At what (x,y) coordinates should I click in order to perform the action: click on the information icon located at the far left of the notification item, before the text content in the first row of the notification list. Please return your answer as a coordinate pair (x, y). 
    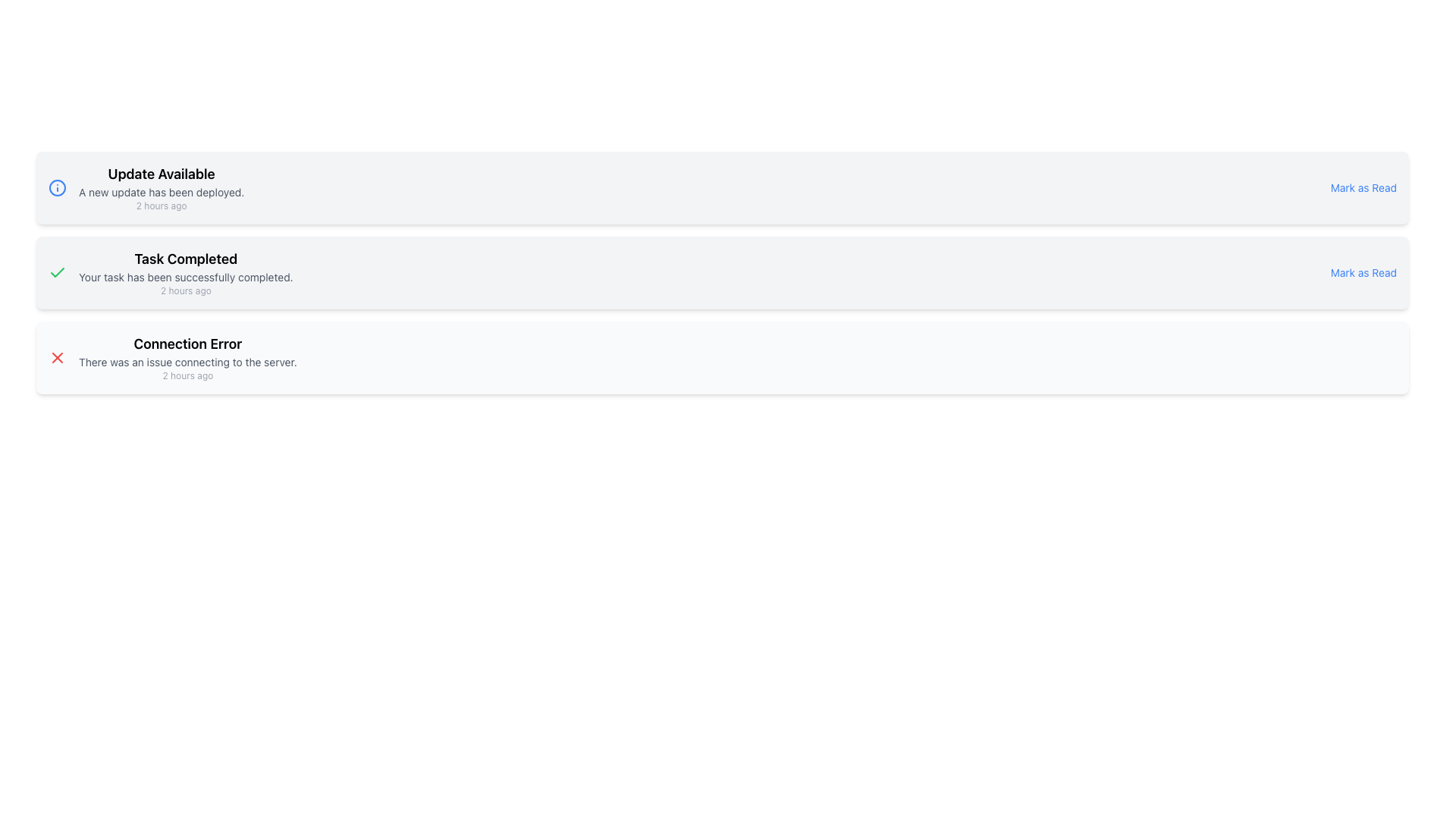
    Looking at the image, I should click on (58, 187).